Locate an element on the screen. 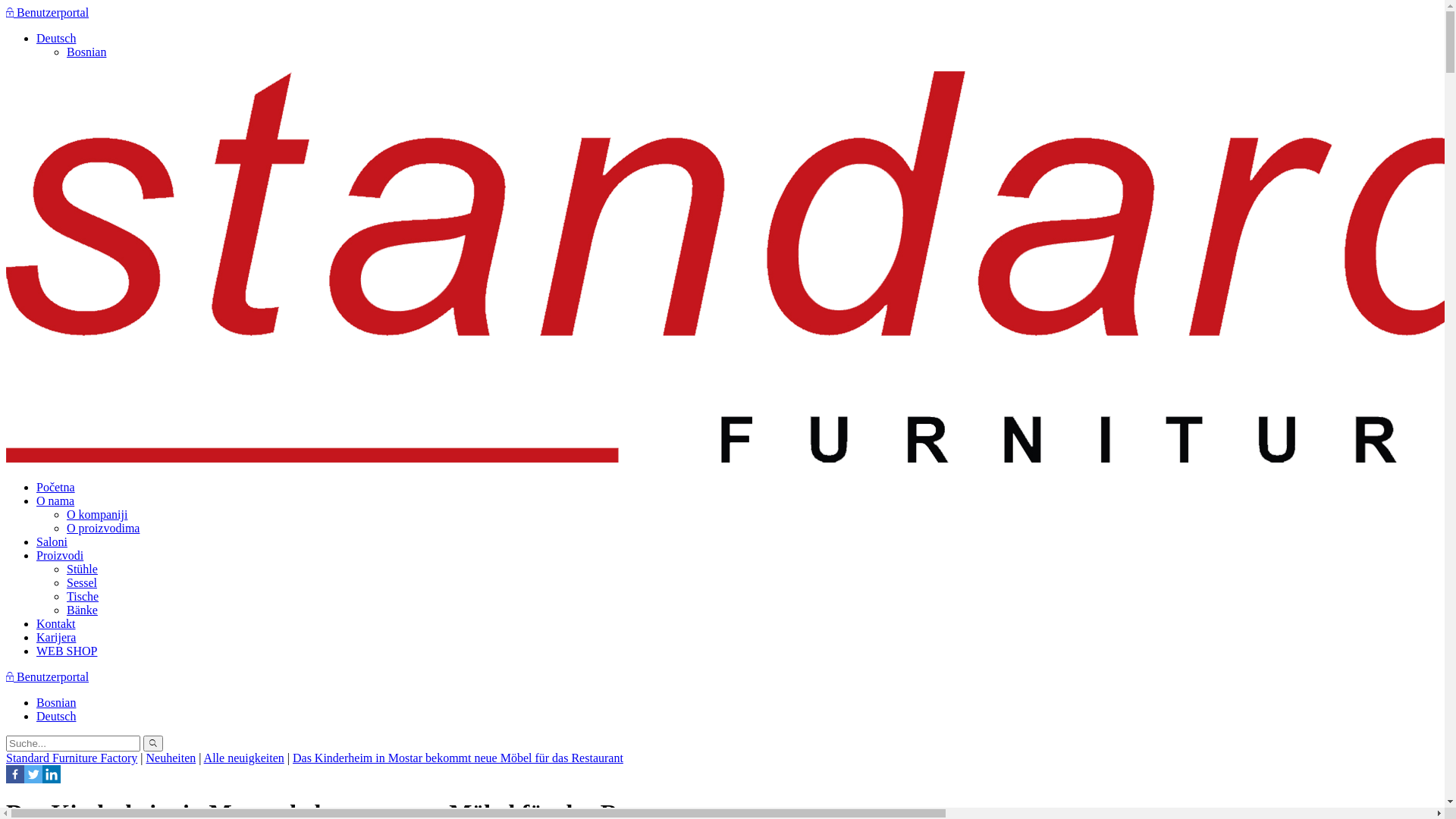 This screenshot has width=1456, height=819. 'Tische' is located at coordinates (82, 595).